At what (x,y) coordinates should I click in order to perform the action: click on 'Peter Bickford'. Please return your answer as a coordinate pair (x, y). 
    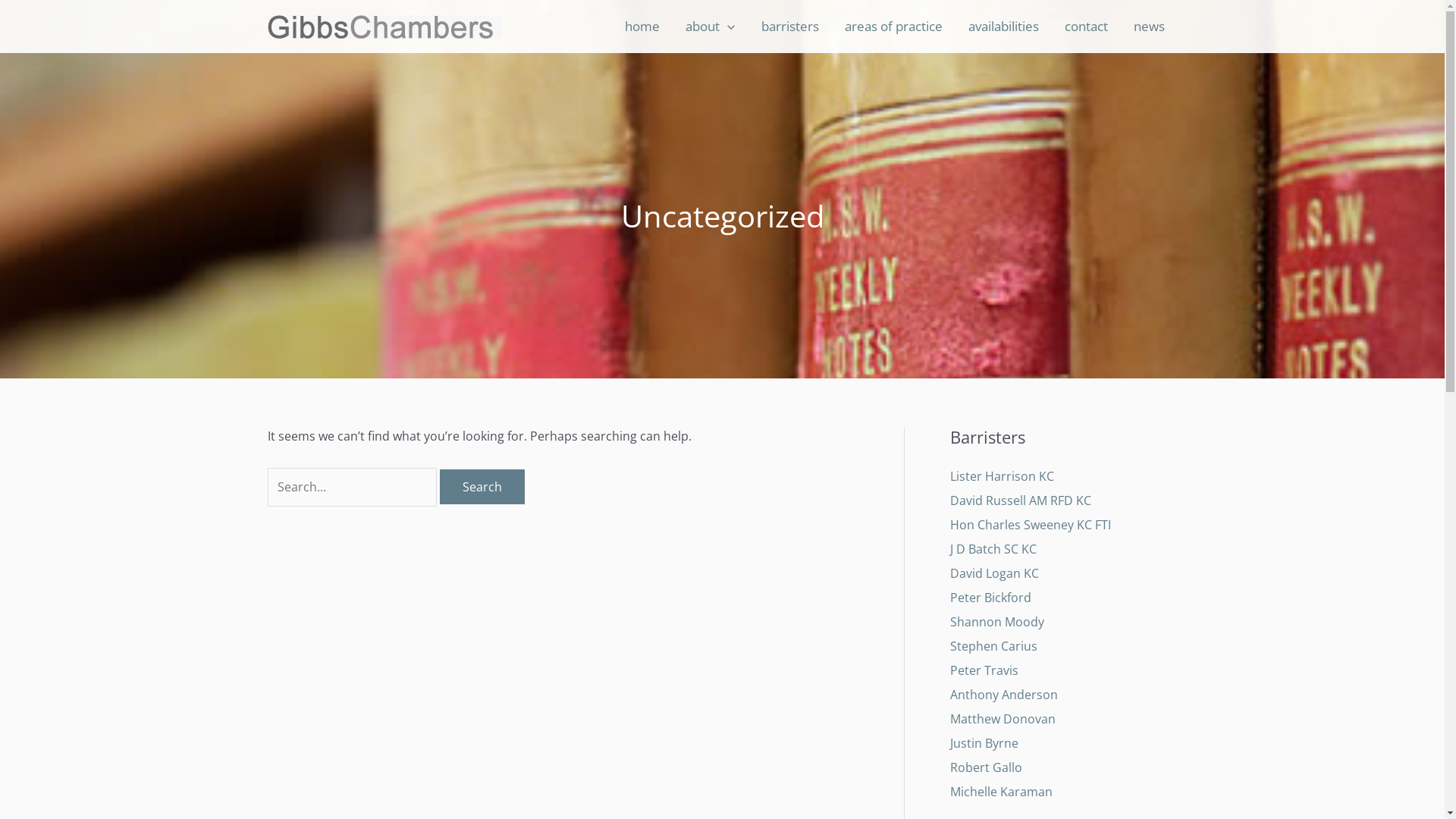
    Looking at the image, I should click on (949, 596).